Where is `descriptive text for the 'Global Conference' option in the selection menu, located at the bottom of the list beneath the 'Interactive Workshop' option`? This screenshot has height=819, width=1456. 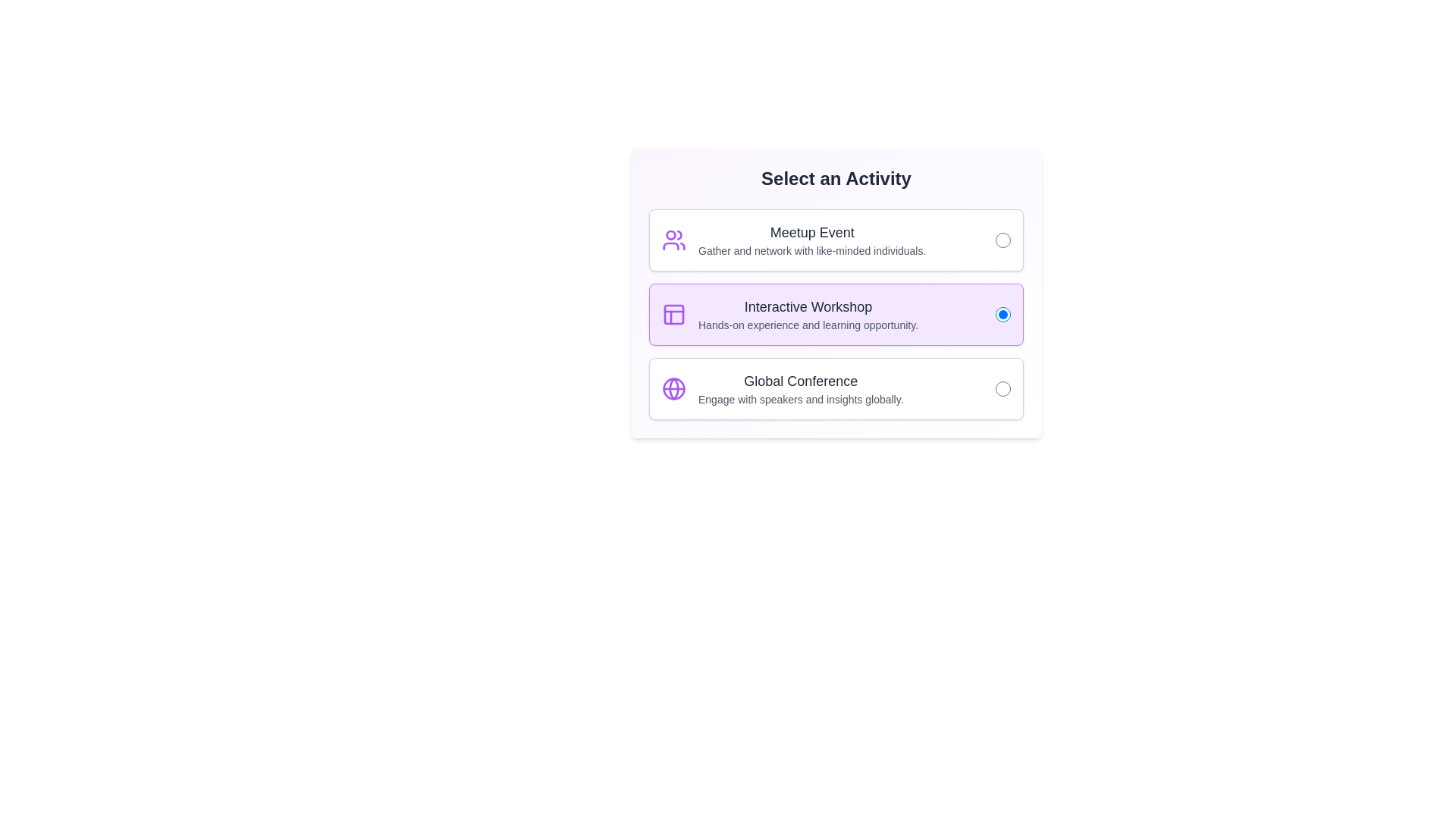
descriptive text for the 'Global Conference' option in the selection menu, located at the bottom of the list beneath the 'Interactive Workshop' option is located at coordinates (800, 388).